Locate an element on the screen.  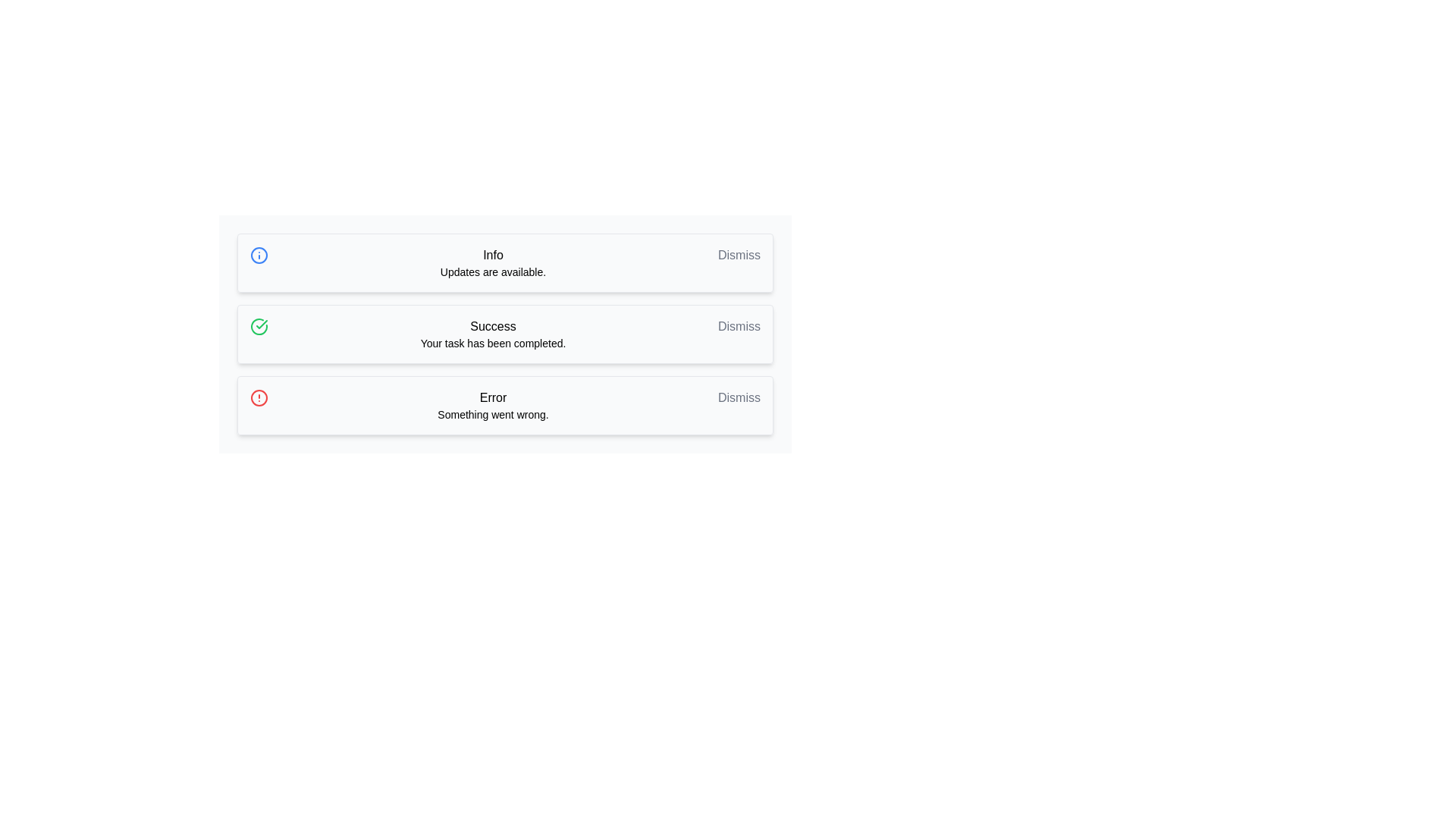
the second notification card in the stack, which communicates a successful task completion and contains a 'Dismiss' link is located at coordinates (505, 333).